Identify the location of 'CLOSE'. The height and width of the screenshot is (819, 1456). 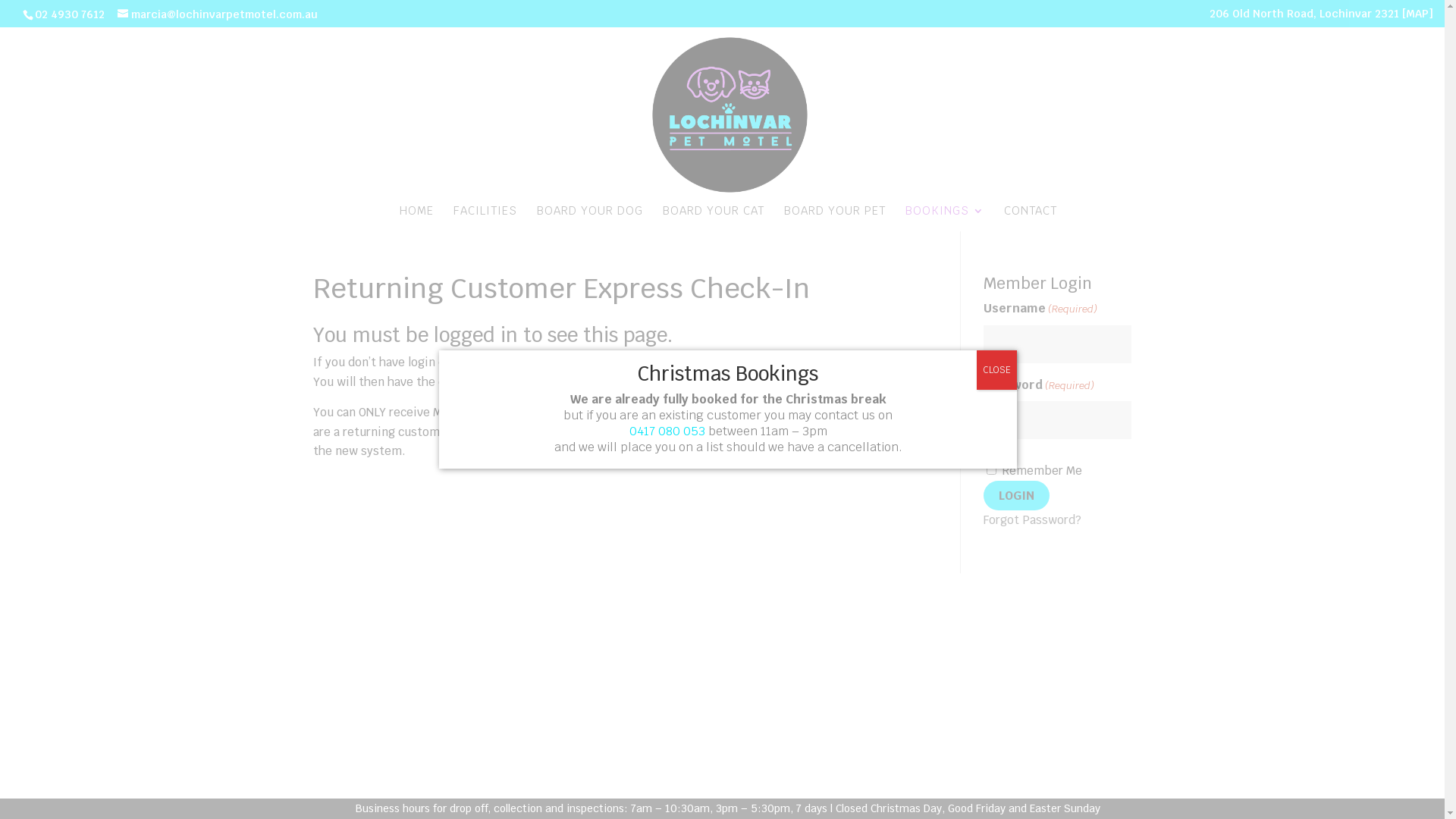
(996, 370).